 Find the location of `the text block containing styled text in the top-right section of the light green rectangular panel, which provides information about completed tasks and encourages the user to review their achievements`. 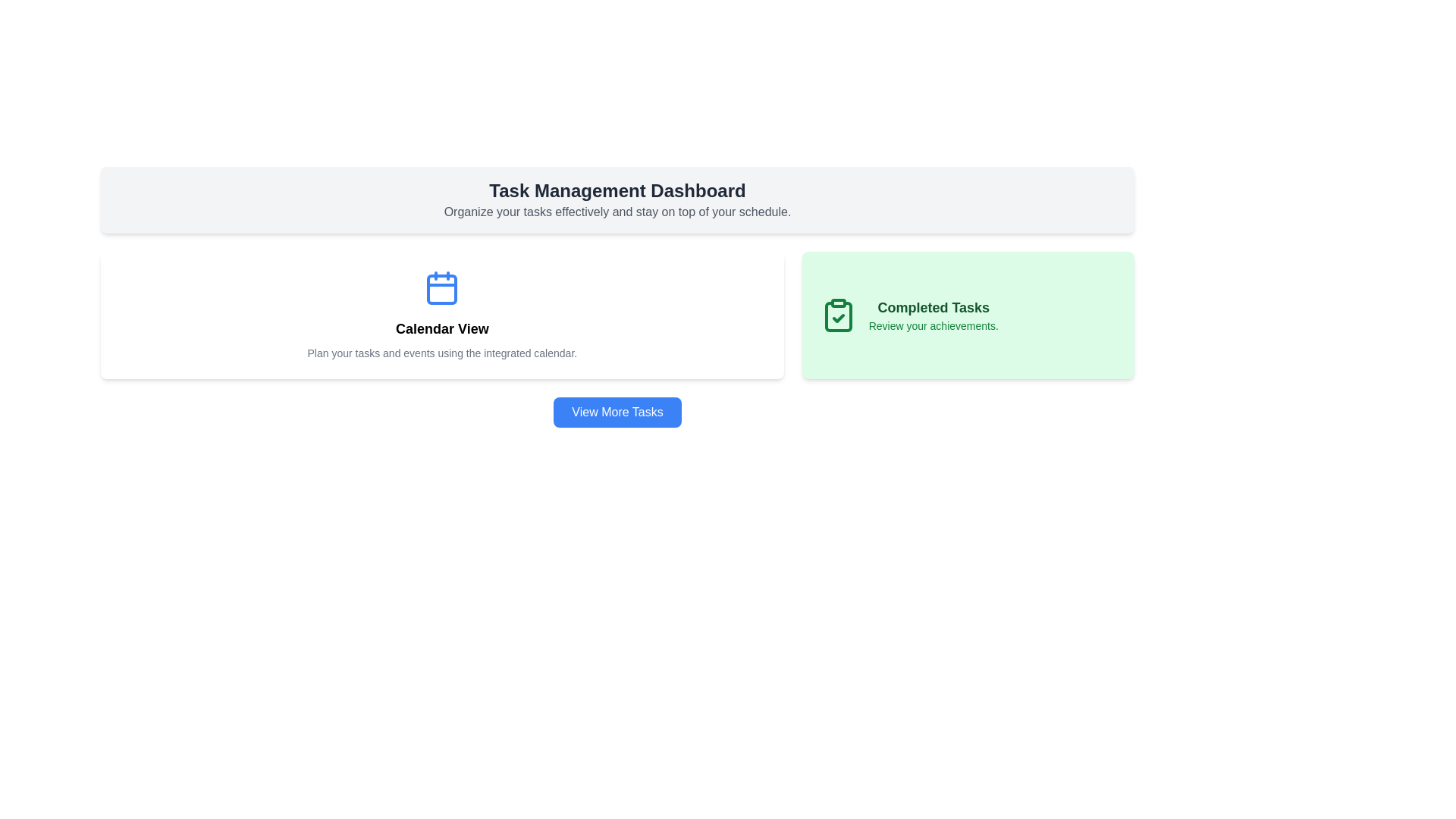

the text block containing styled text in the top-right section of the light green rectangular panel, which provides information about completed tasks and encourages the user to review their achievements is located at coordinates (933, 315).